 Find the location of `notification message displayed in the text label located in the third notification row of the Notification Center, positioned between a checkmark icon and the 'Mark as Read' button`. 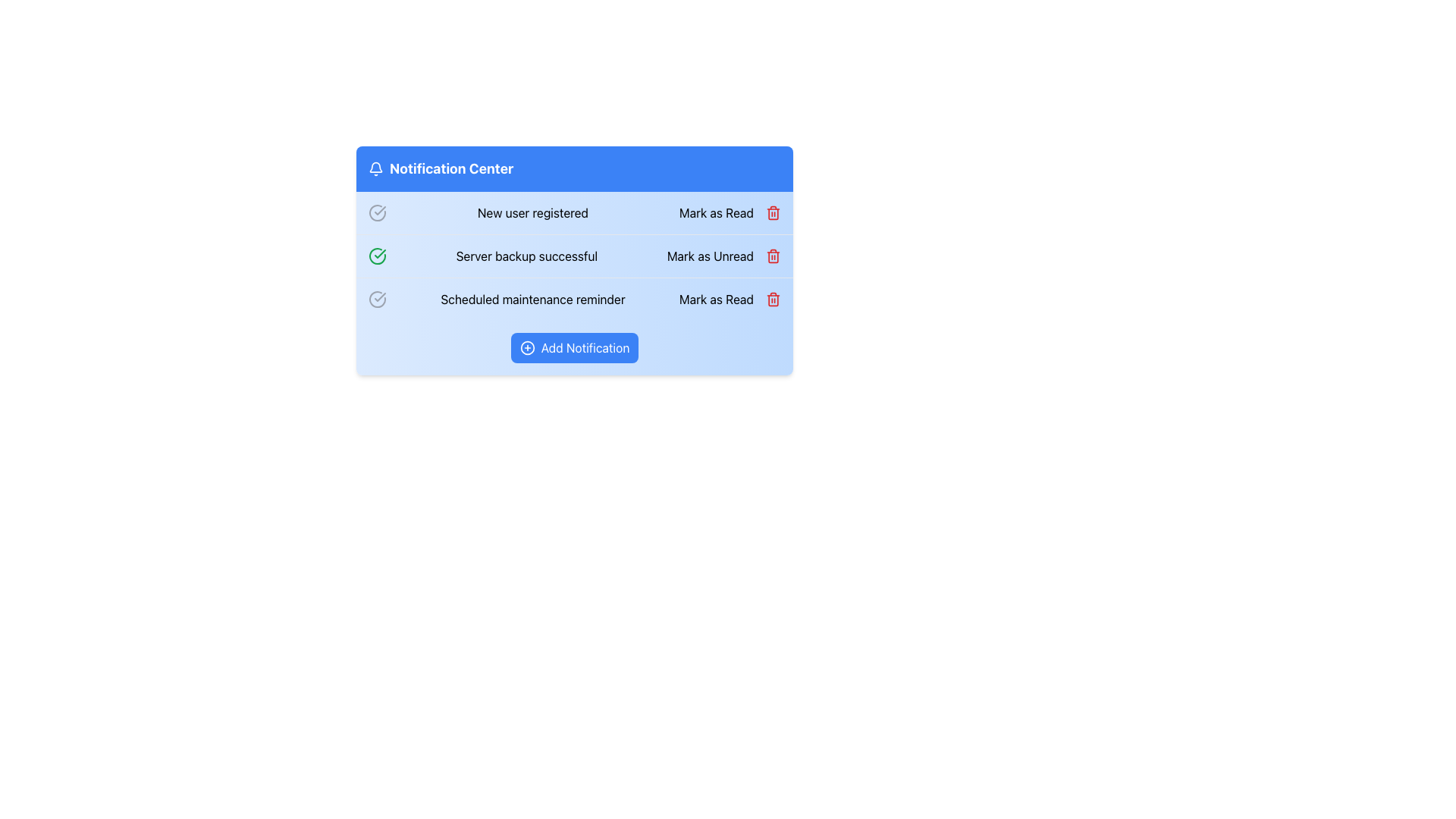

notification message displayed in the text label located in the third notification row of the Notification Center, positioned between a checkmark icon and the 'Mark as Read' button is located at coordinates (532, 299).